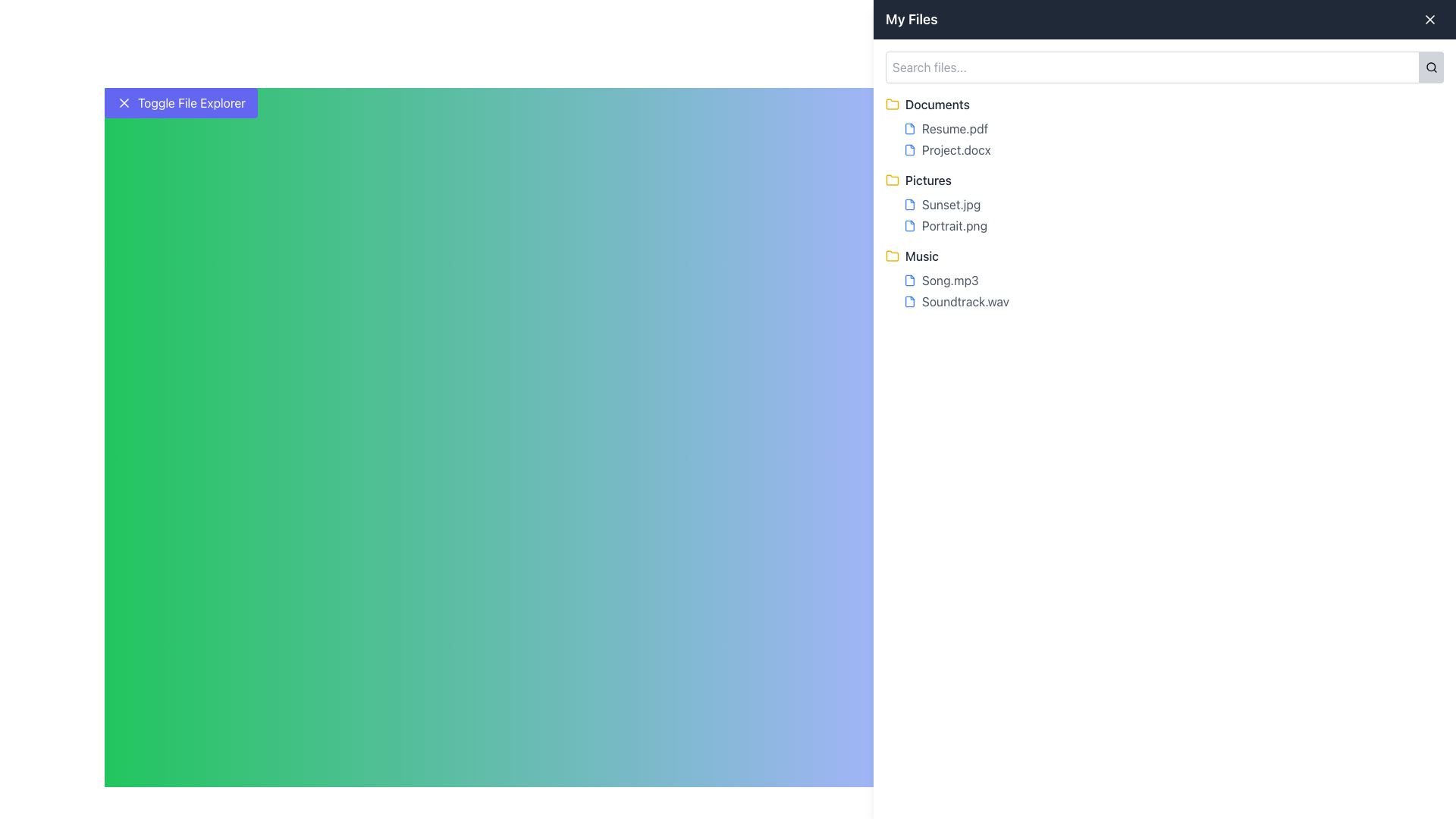 The image size is (1456, 819). What do you see at coordinates (1430, 66) in the screenshot?
I see `the search icon located in the upper-right corner of the 'My Files' panel to activate a tooltip for more information` at bounding box center [1430, 66].